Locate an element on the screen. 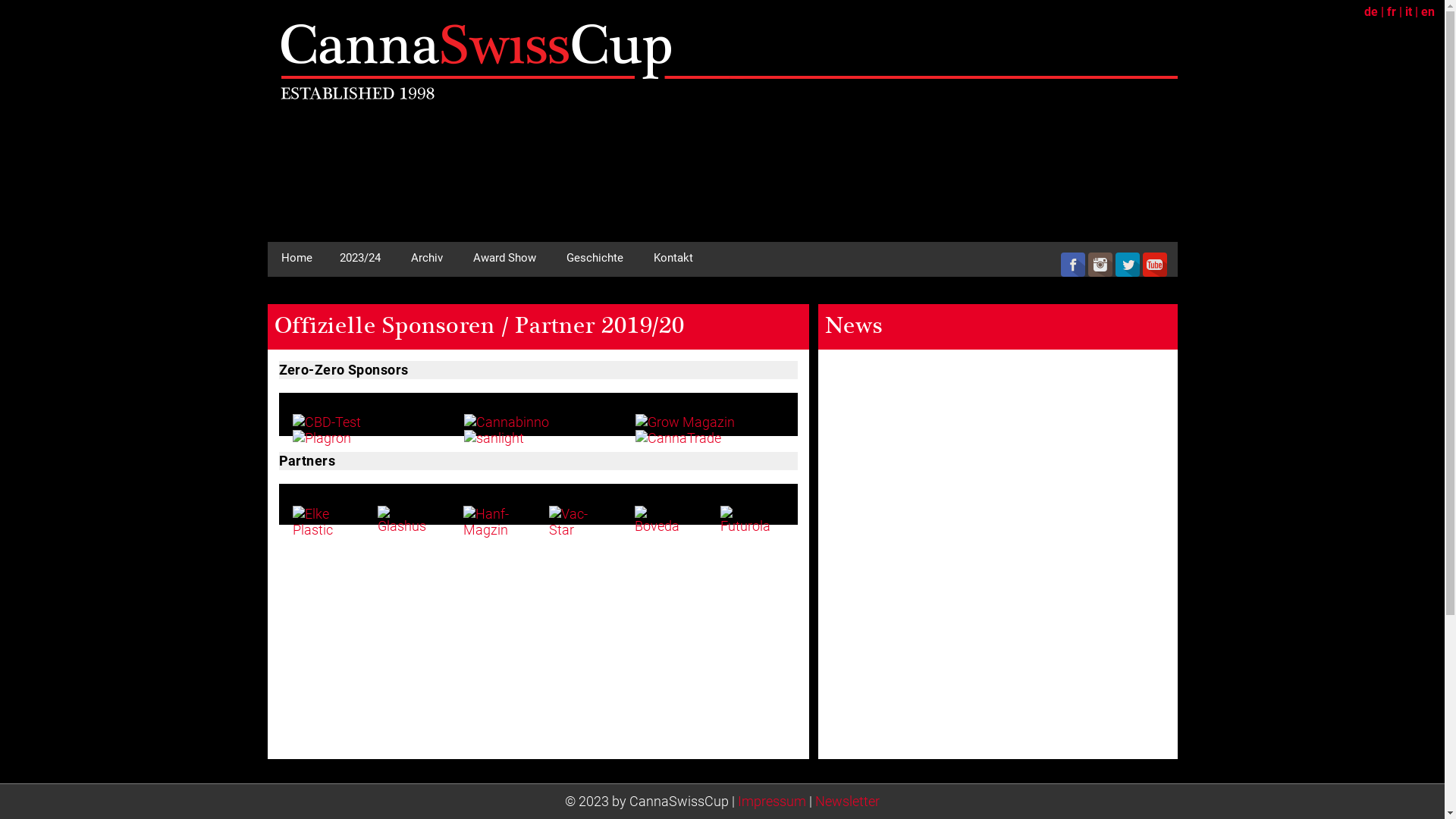  'en' is located at coordinates (1420, 11).